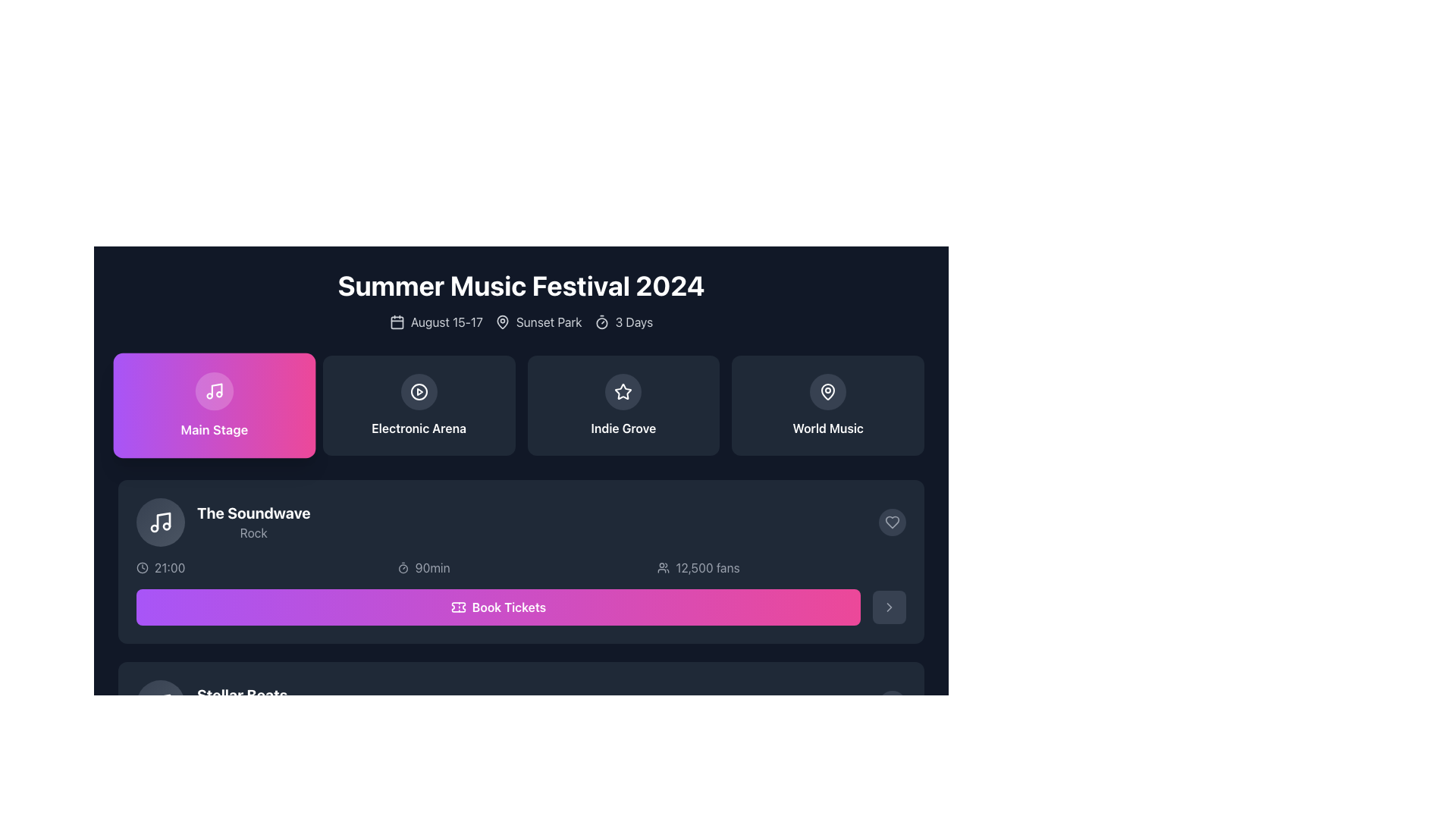 The width and height of the screenshot is (1456, 819). Describe the element at coordinates (623, 405) in the screenshot. I see `the 'Indie Grove' button located` at that location.